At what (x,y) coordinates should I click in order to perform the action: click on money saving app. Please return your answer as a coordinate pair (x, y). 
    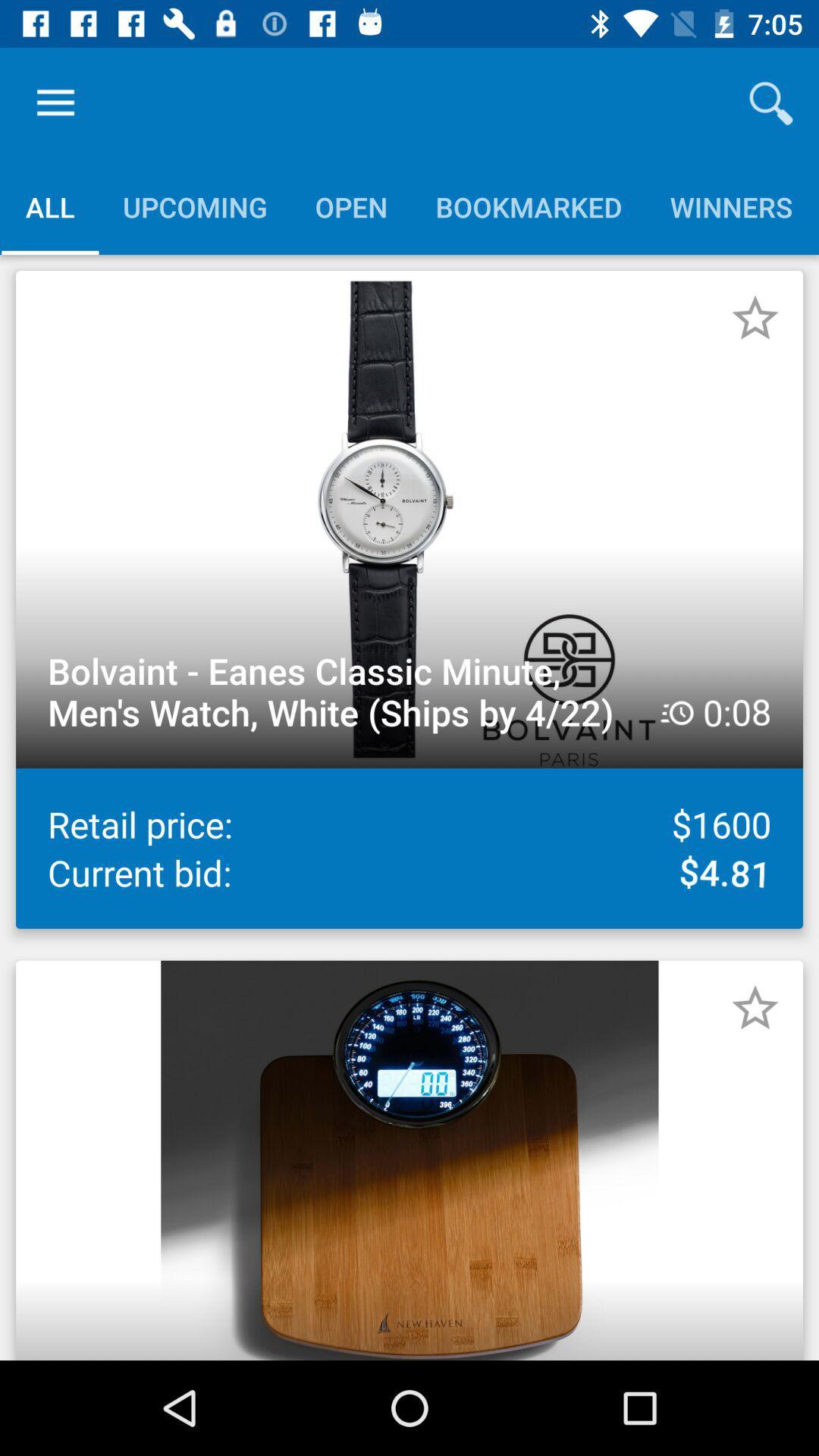
    Looking at the image, I should click on (755, 318).